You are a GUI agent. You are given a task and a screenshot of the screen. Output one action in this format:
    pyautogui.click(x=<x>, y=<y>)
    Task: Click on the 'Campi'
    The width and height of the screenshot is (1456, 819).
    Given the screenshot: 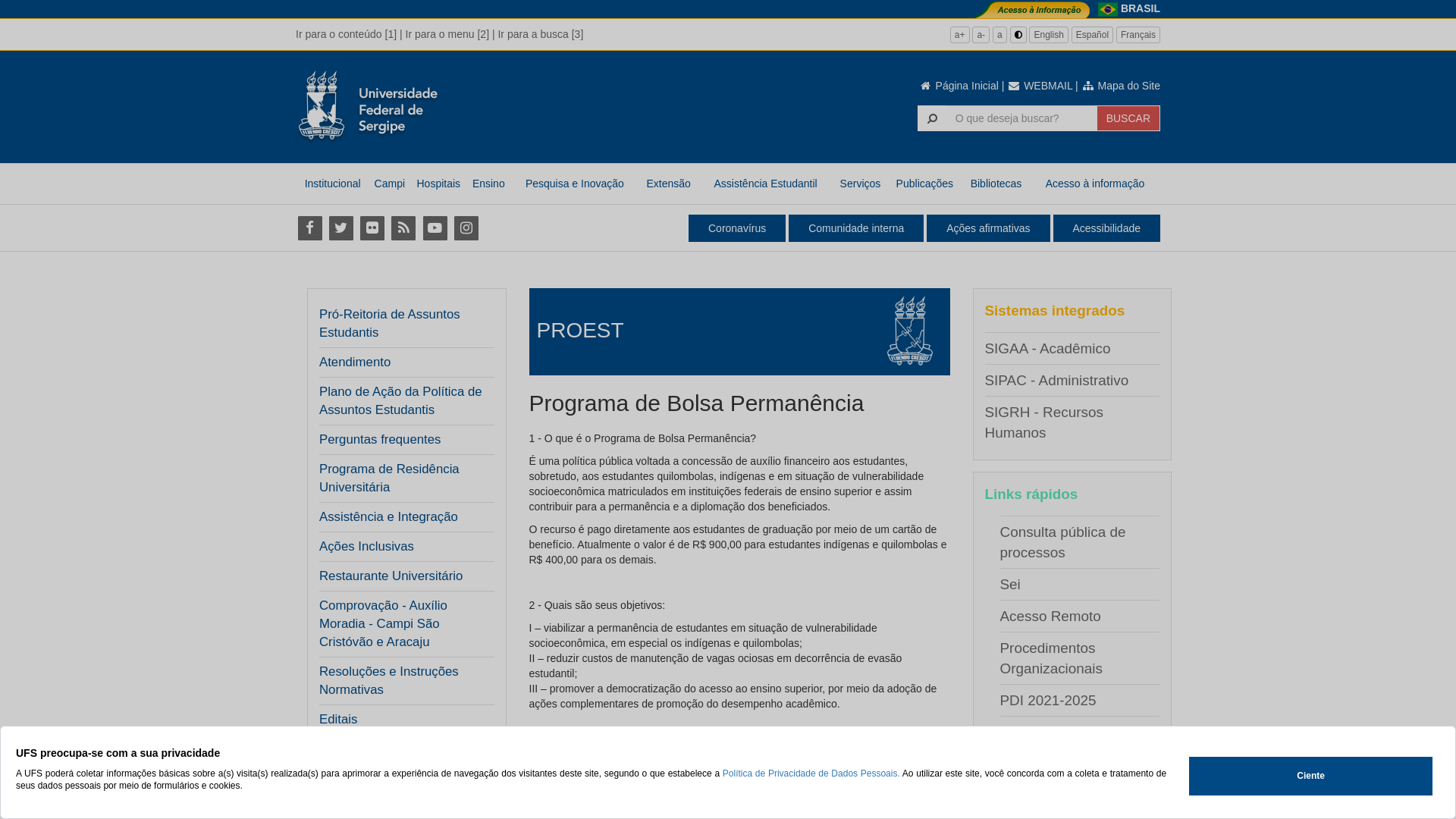 What is the action you would take?
    pyautogui.click(x=369, y=183)
    